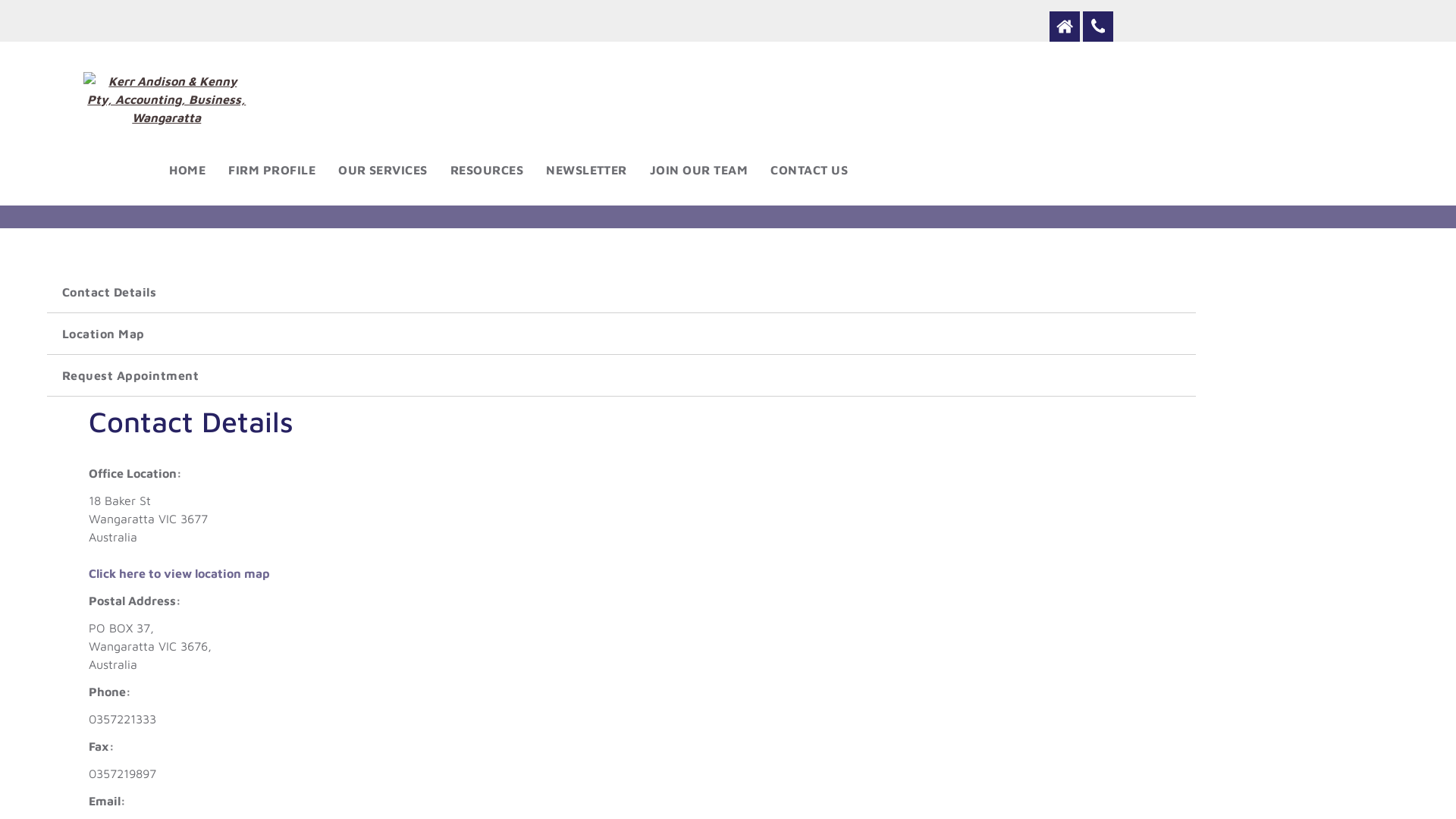 The height and width of the screenshot is (819, 1456). I want to click on 'CONTACT US', so click(808, 169).